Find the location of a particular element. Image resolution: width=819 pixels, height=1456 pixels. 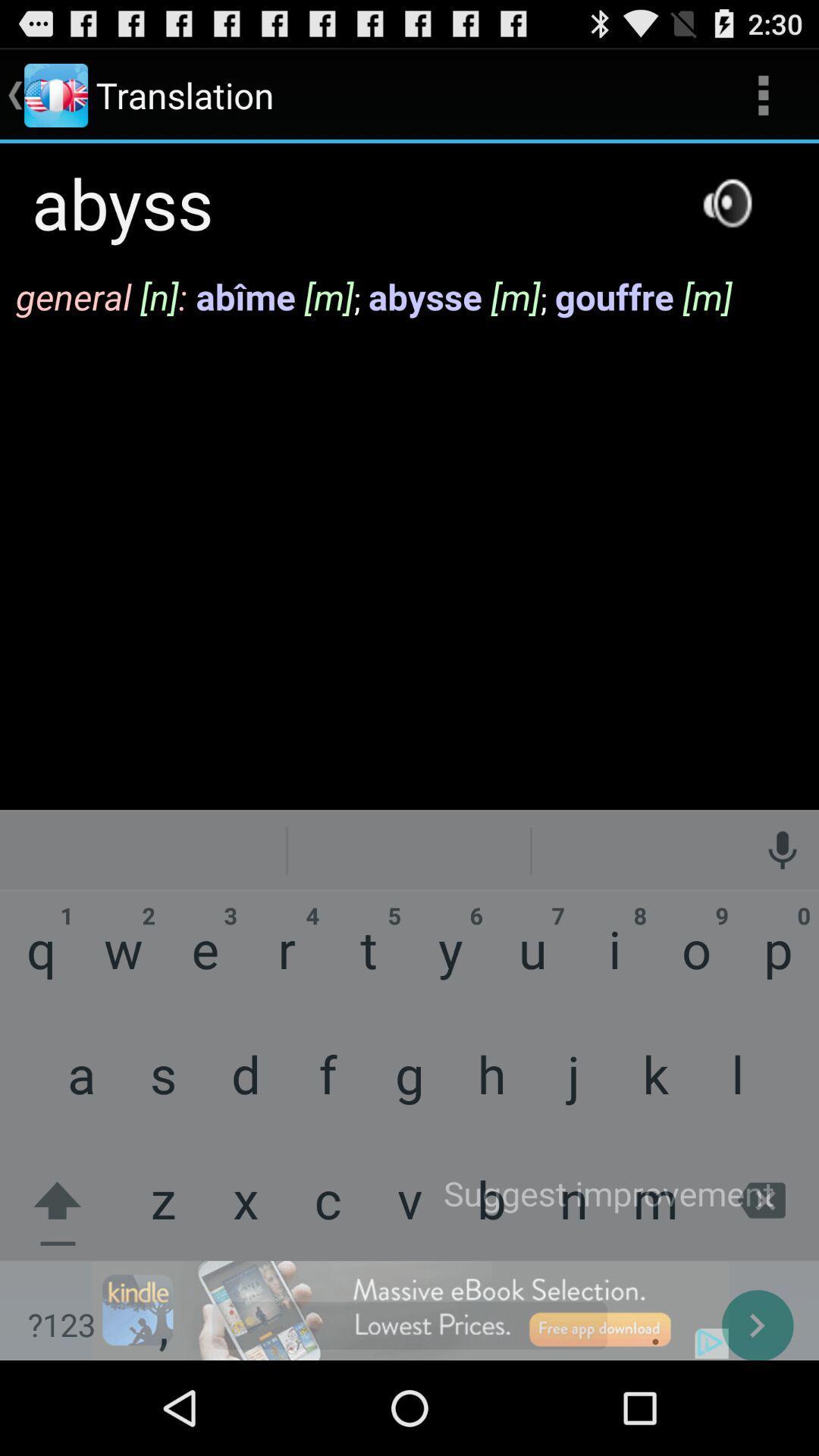

advertisement is located at coordinates (409, 1310).